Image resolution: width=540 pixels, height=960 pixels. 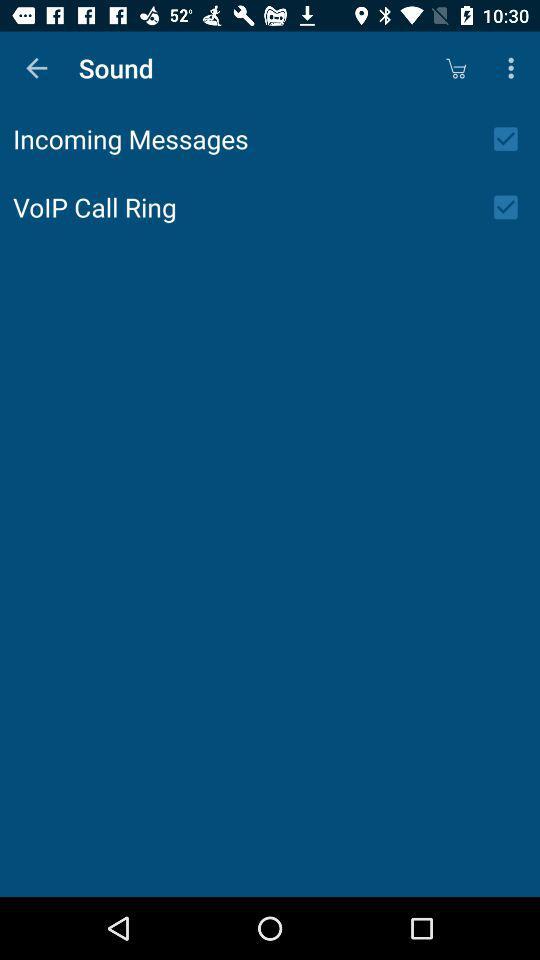 I want to click on the item above incoming messages item, so click(x=36, y=68).